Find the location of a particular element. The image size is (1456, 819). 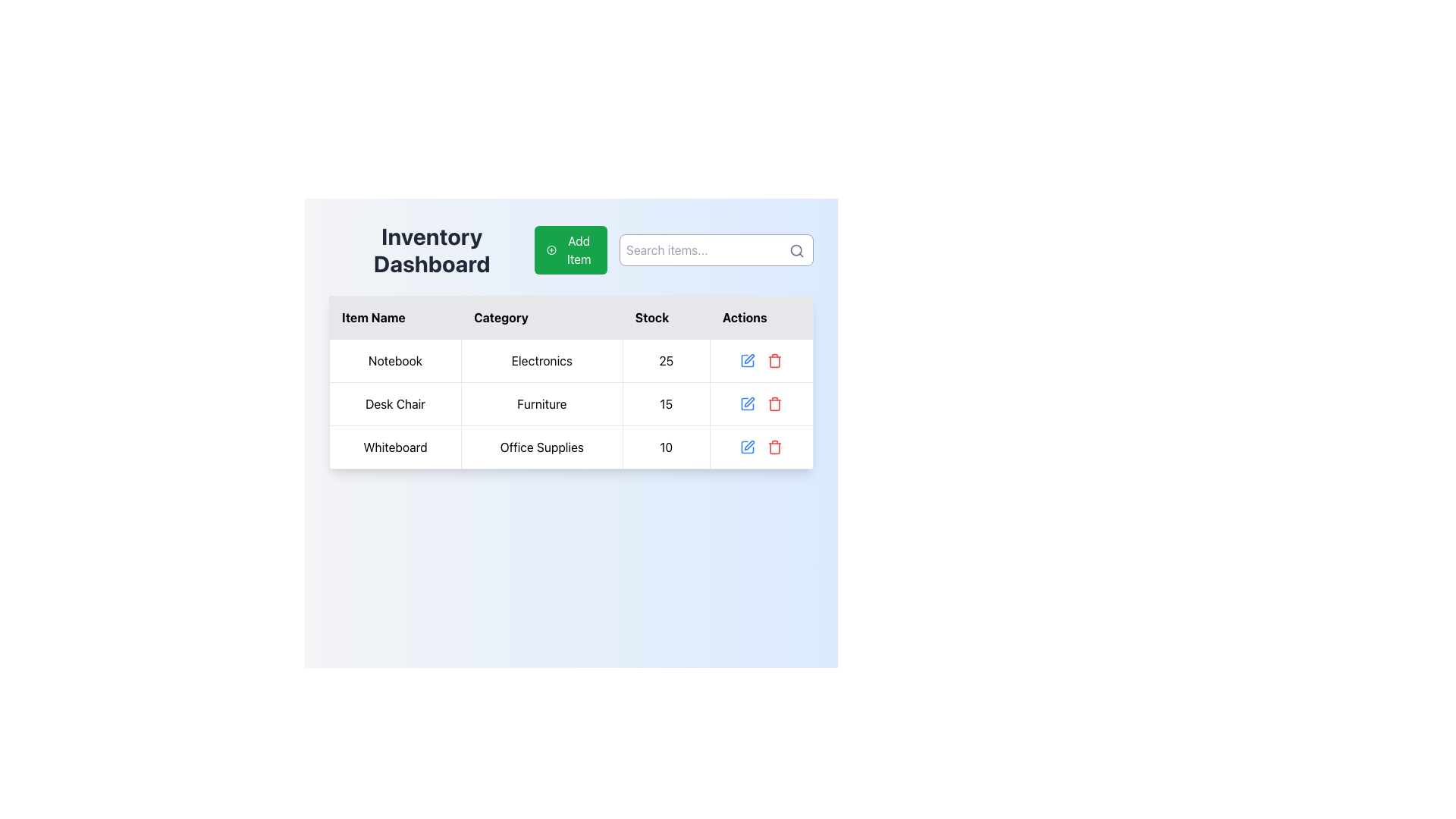

the Icon Button located in the 'Actions' section of the second row in the table to invoke the editing functionality for the corresponding item is located at coordinates (748, 403).